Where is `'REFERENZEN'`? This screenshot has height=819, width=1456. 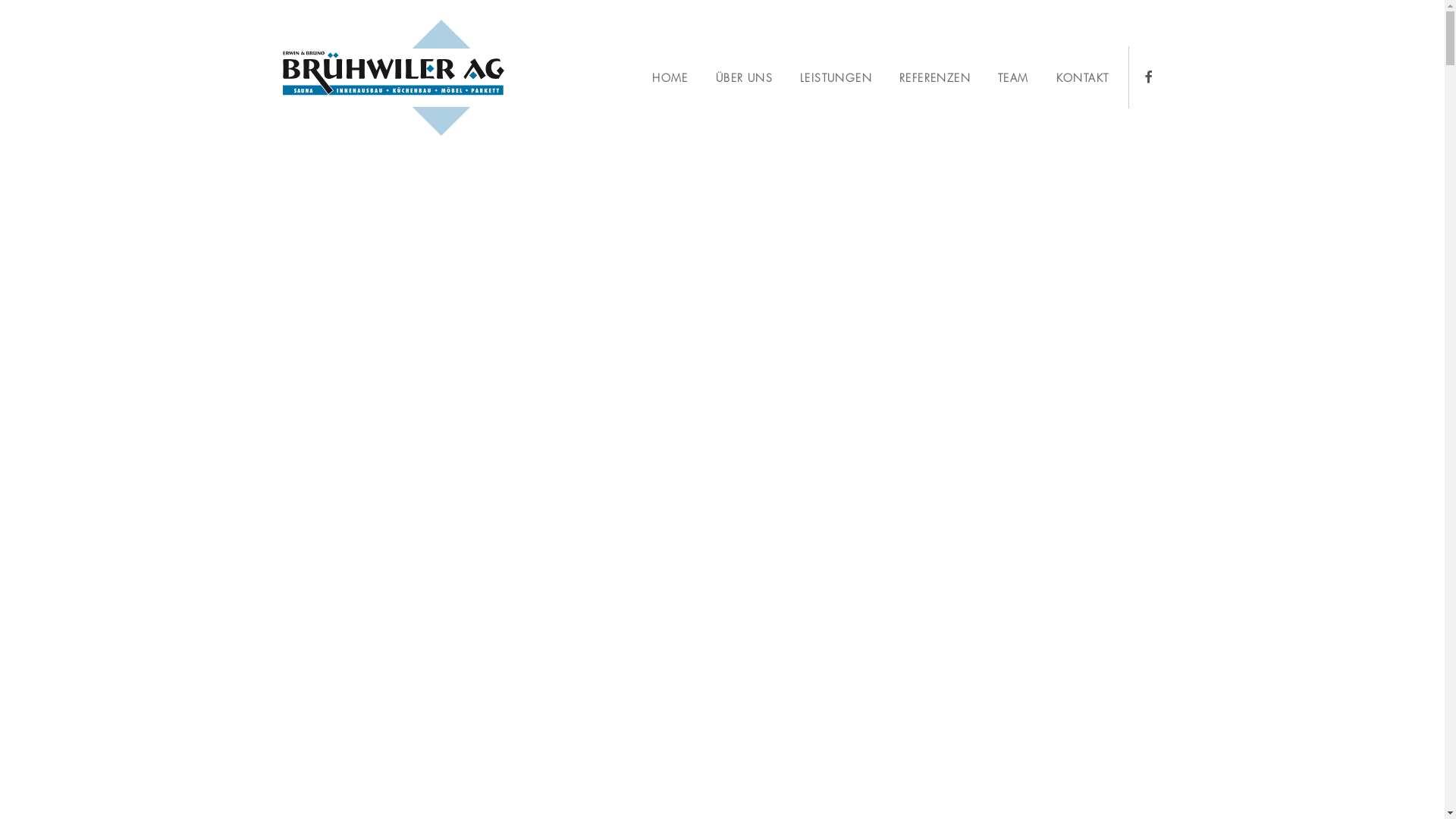 'REFERENZEN' is located at coordinates (934, 78).